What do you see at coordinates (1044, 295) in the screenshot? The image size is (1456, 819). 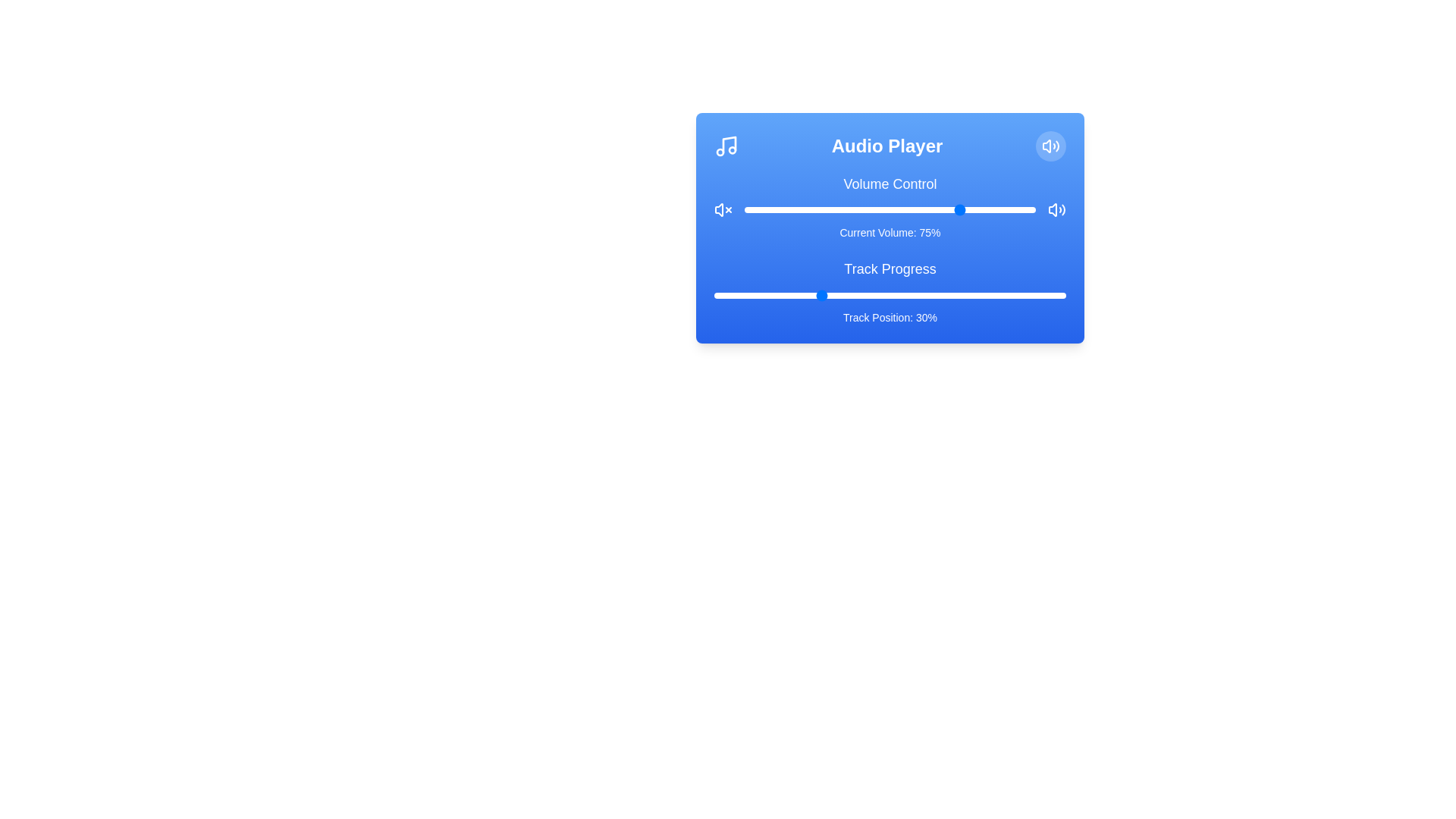 I see `track position` at bounding box center [1044, 295].